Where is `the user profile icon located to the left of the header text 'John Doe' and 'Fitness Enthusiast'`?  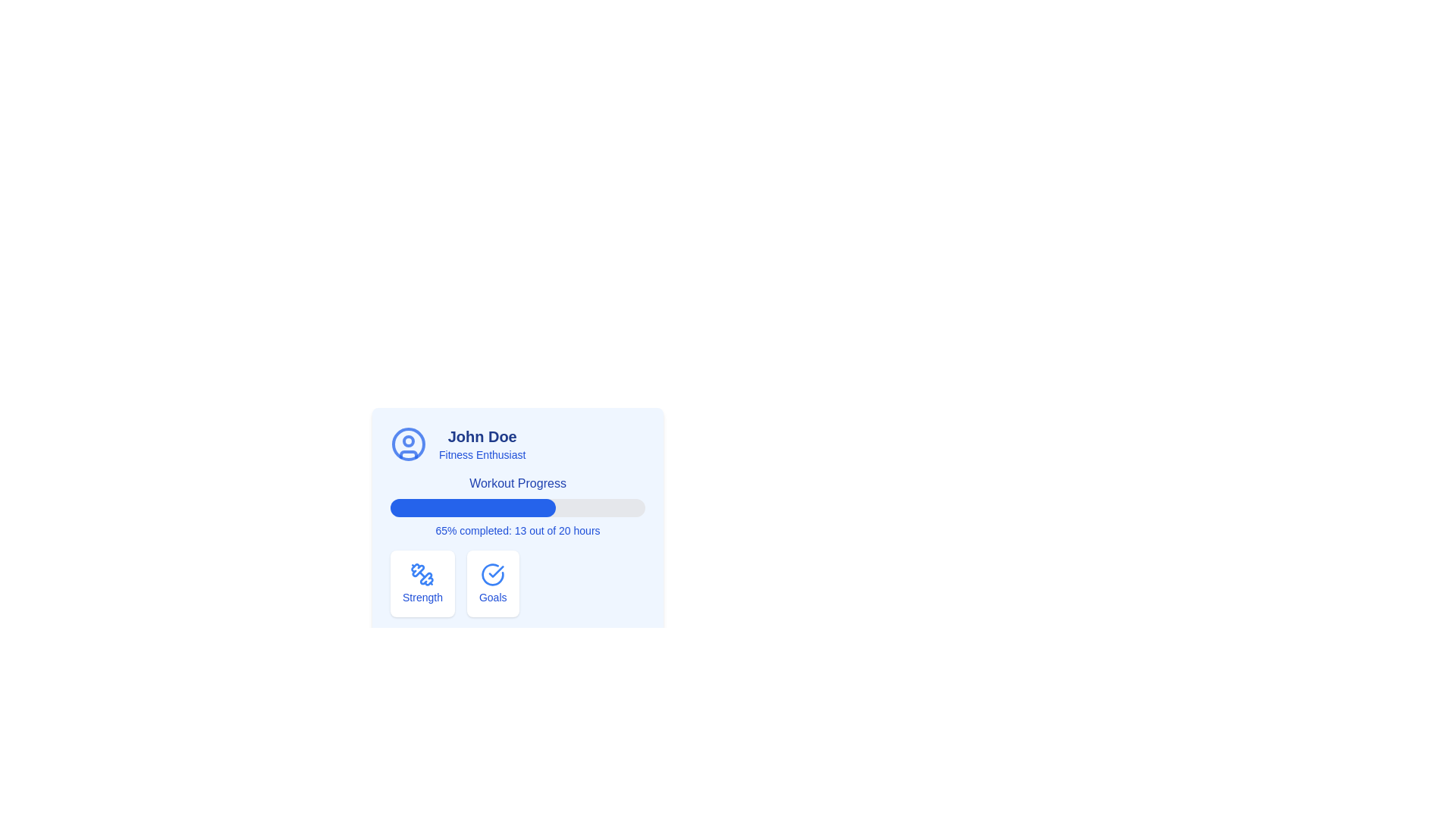
the user profile icon located to the left of the header text 'John Doe' and 'Fitness Enthusiast' is located at coordinates (408, 444).